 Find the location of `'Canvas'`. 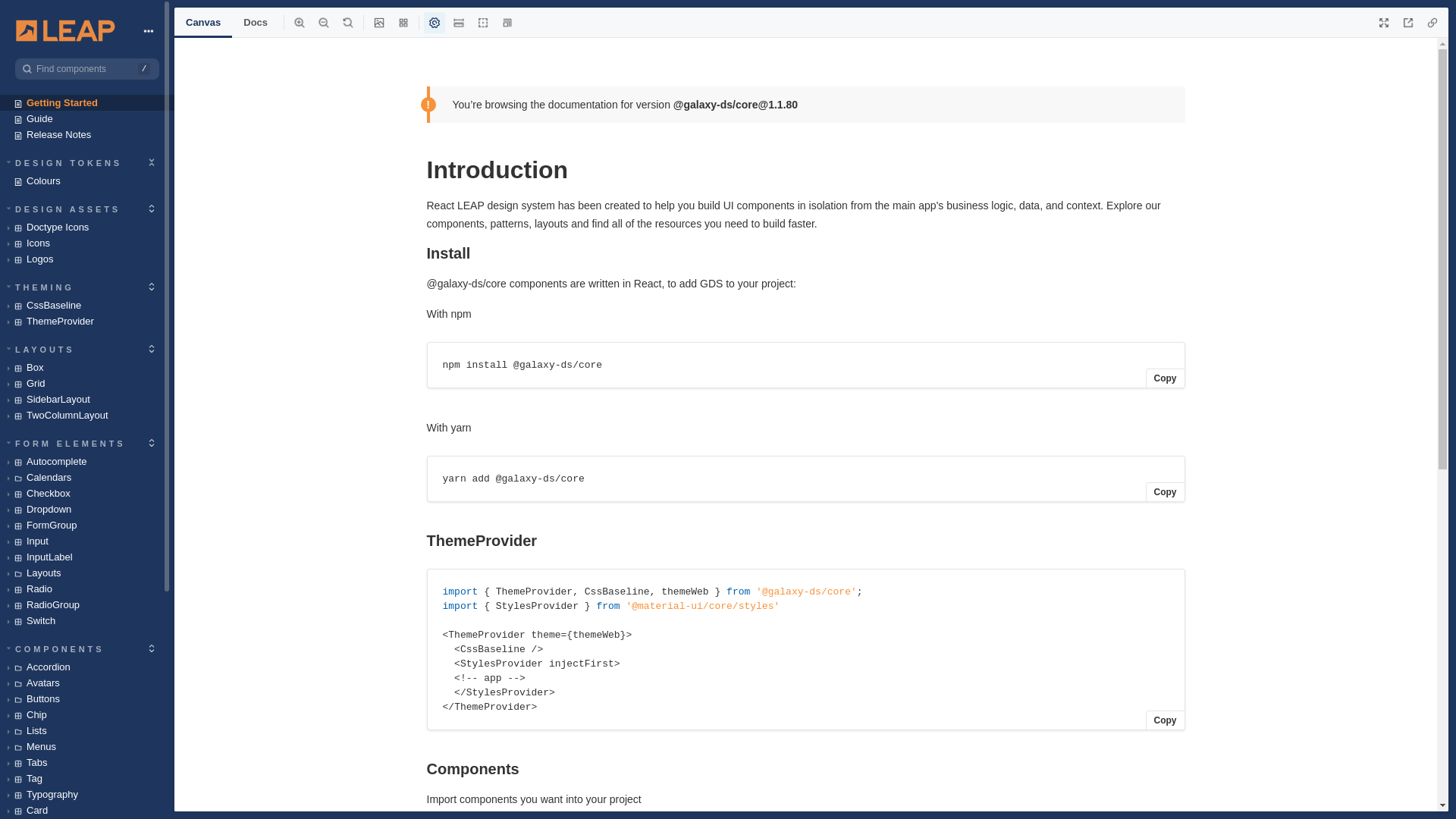

'Canvas' is located at coordinates (202, 23).